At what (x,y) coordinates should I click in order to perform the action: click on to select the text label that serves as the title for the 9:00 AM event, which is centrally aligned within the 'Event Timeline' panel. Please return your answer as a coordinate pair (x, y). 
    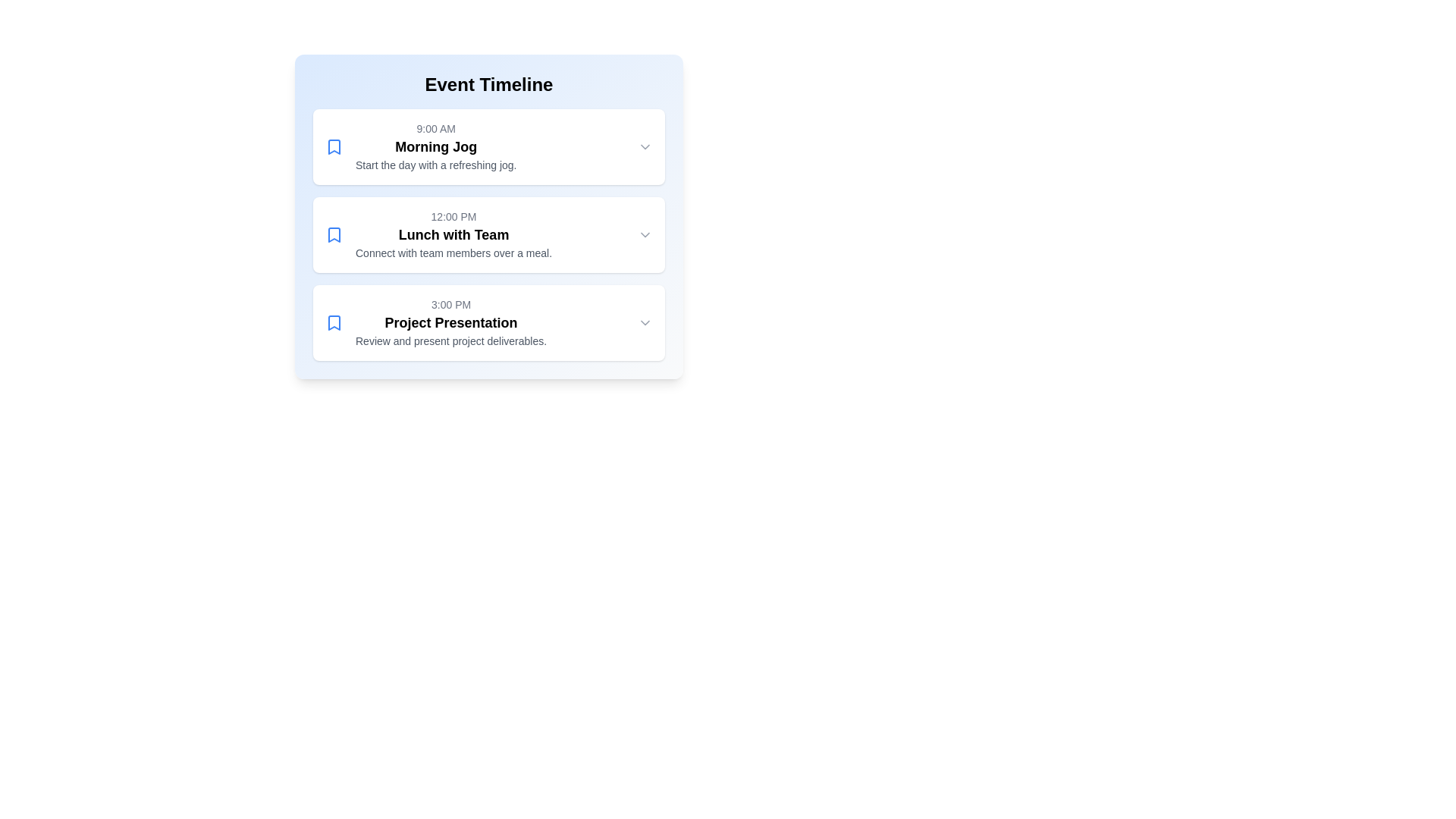
    Looking at the image, I should click on (435, 146).